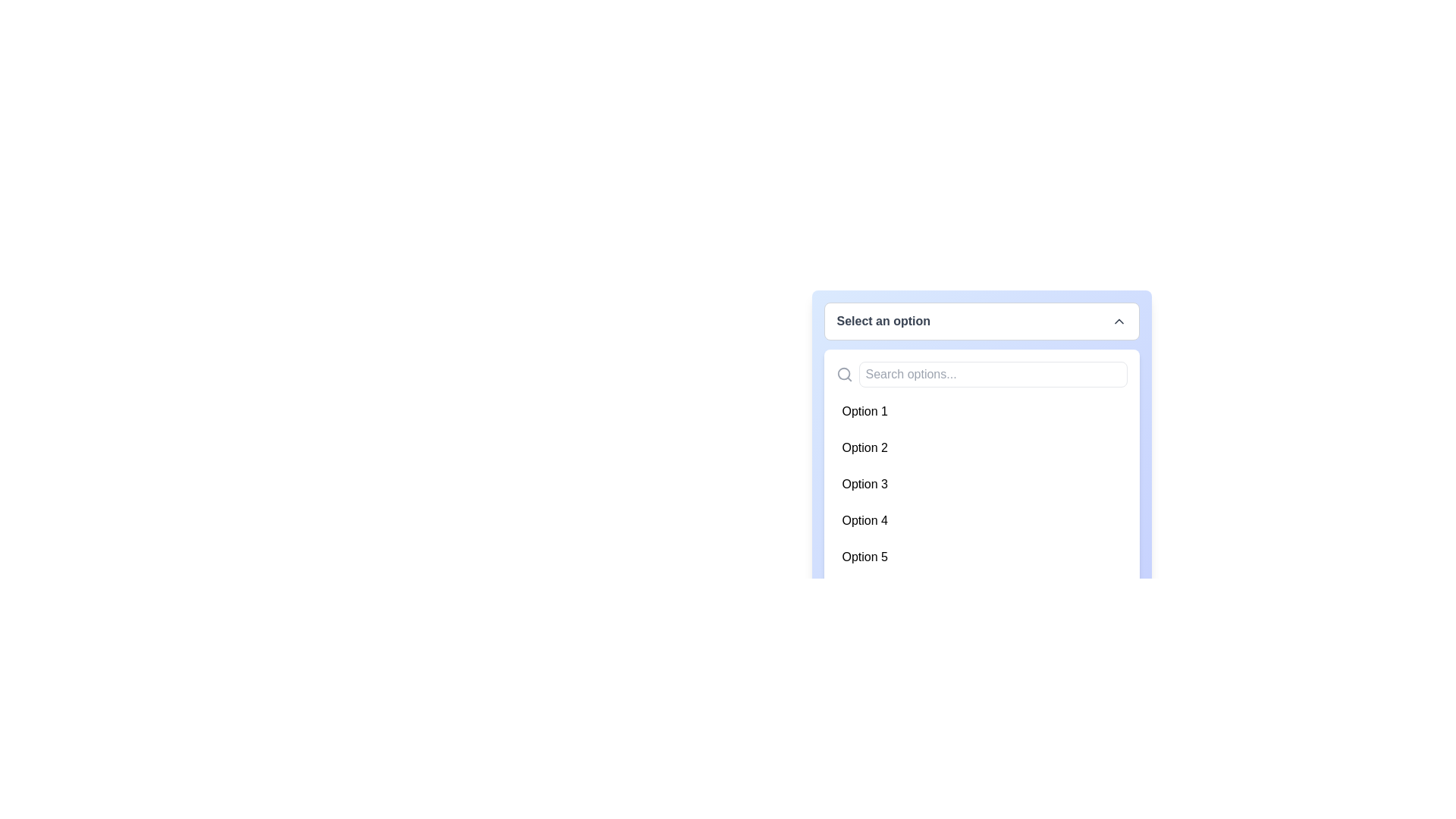  I want to click on the text label displaying 'Option 1', so click(864, 412).